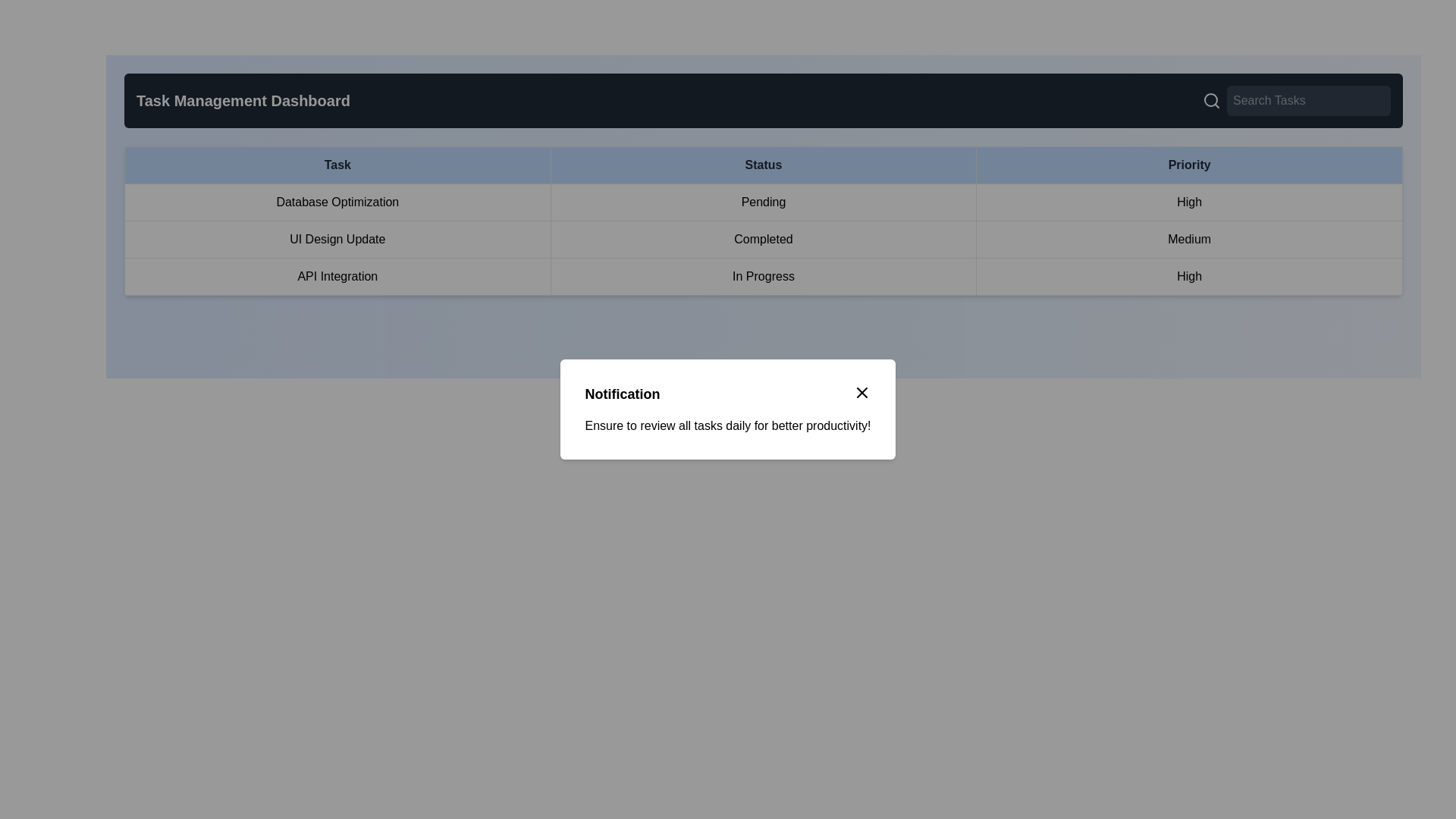  Describe the element at coordinates (243, 100) in the screenshot. I see `the text label reading 'Task Management Dashboard', which is styled in white on a dark gray background and positioned at the top-left of the header bar` at that location.